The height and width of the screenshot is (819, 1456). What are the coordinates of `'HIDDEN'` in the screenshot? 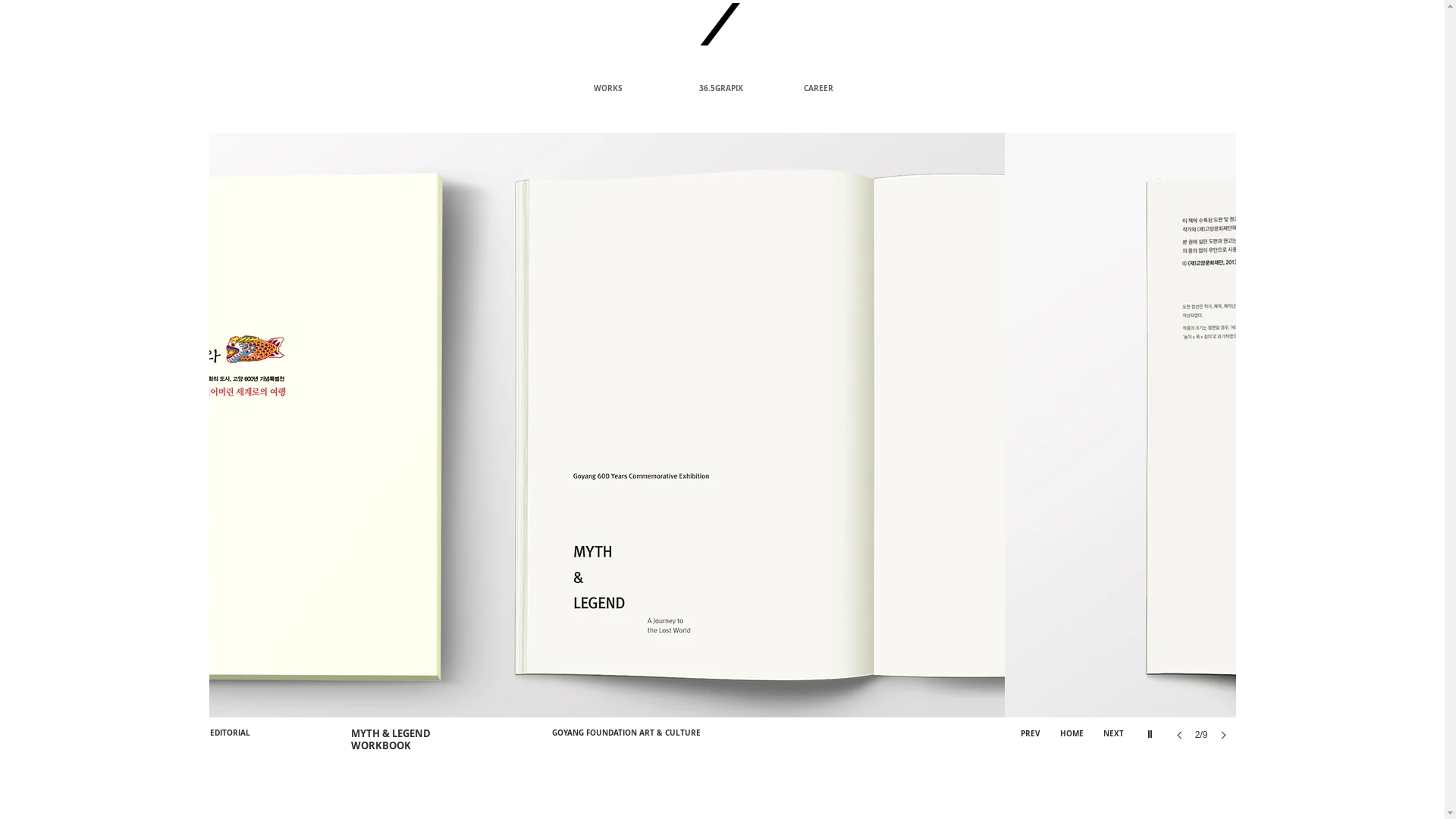 It's located at (721, 803).